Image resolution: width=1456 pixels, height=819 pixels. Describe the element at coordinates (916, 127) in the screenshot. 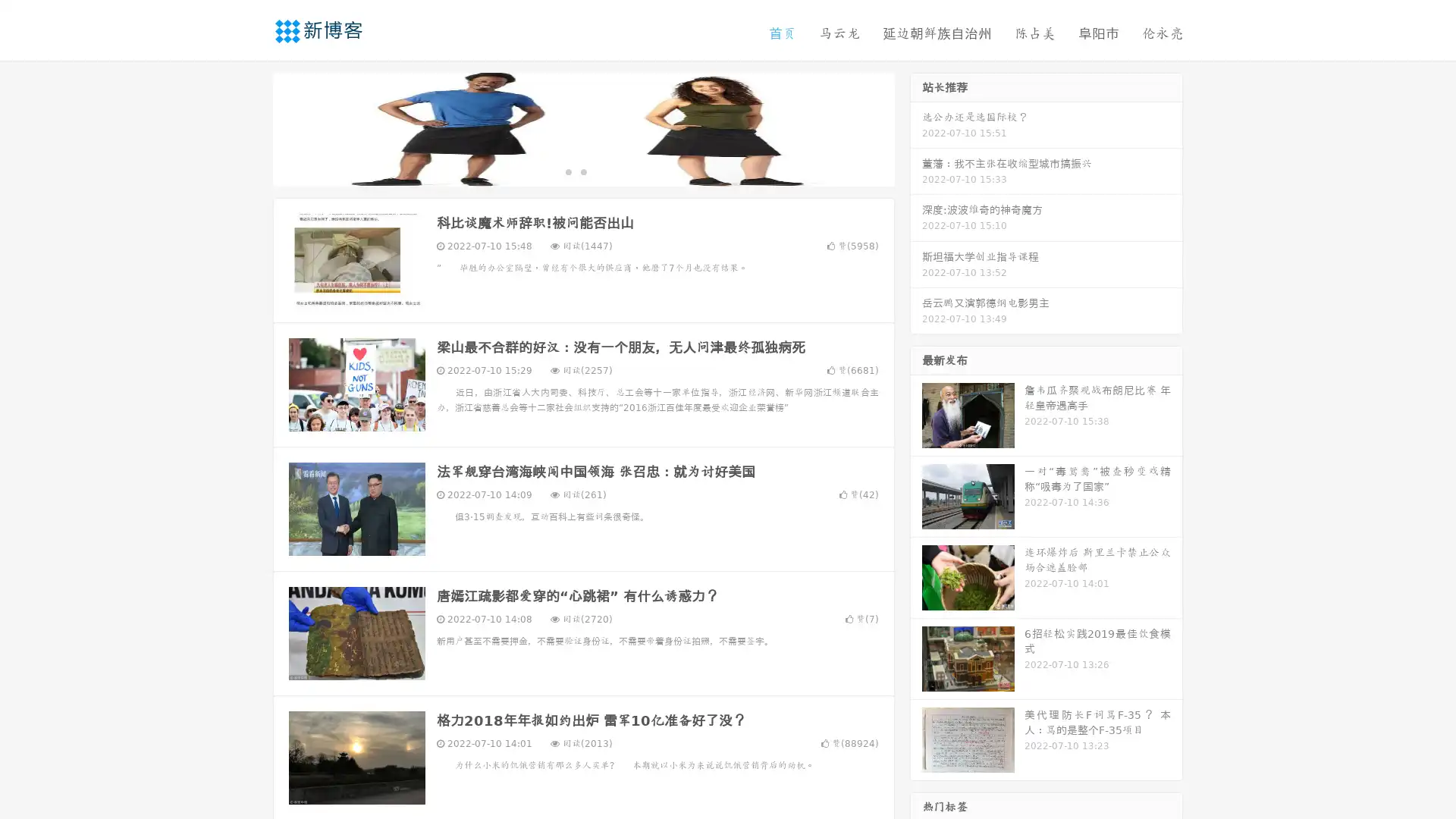

I see `Next slide` at that location.